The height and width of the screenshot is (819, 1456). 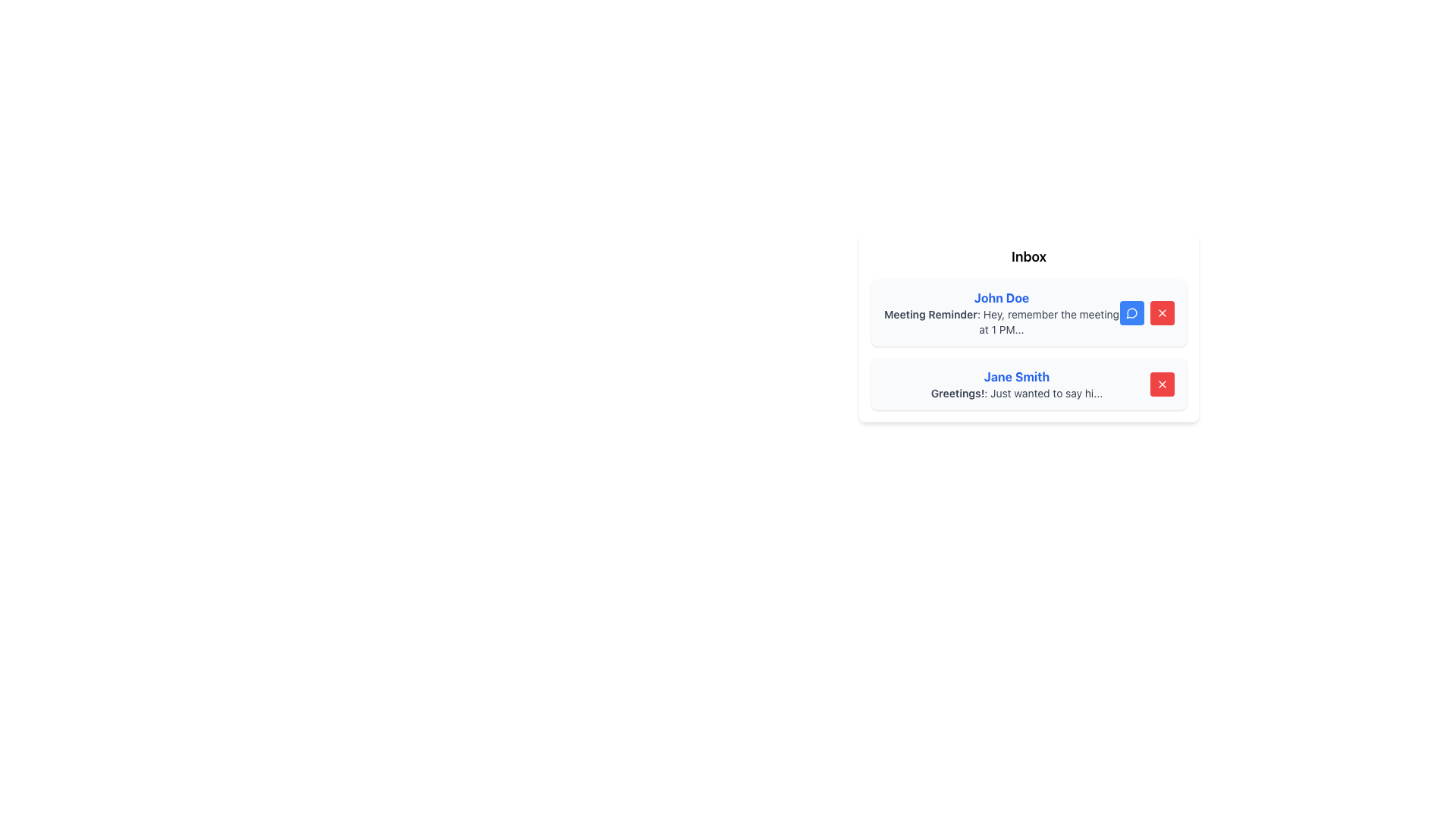 I want to click on the message preview text for the user 'Jane Smith' located in the middle-right of the inbox interface, so click(x=1016, y=393).